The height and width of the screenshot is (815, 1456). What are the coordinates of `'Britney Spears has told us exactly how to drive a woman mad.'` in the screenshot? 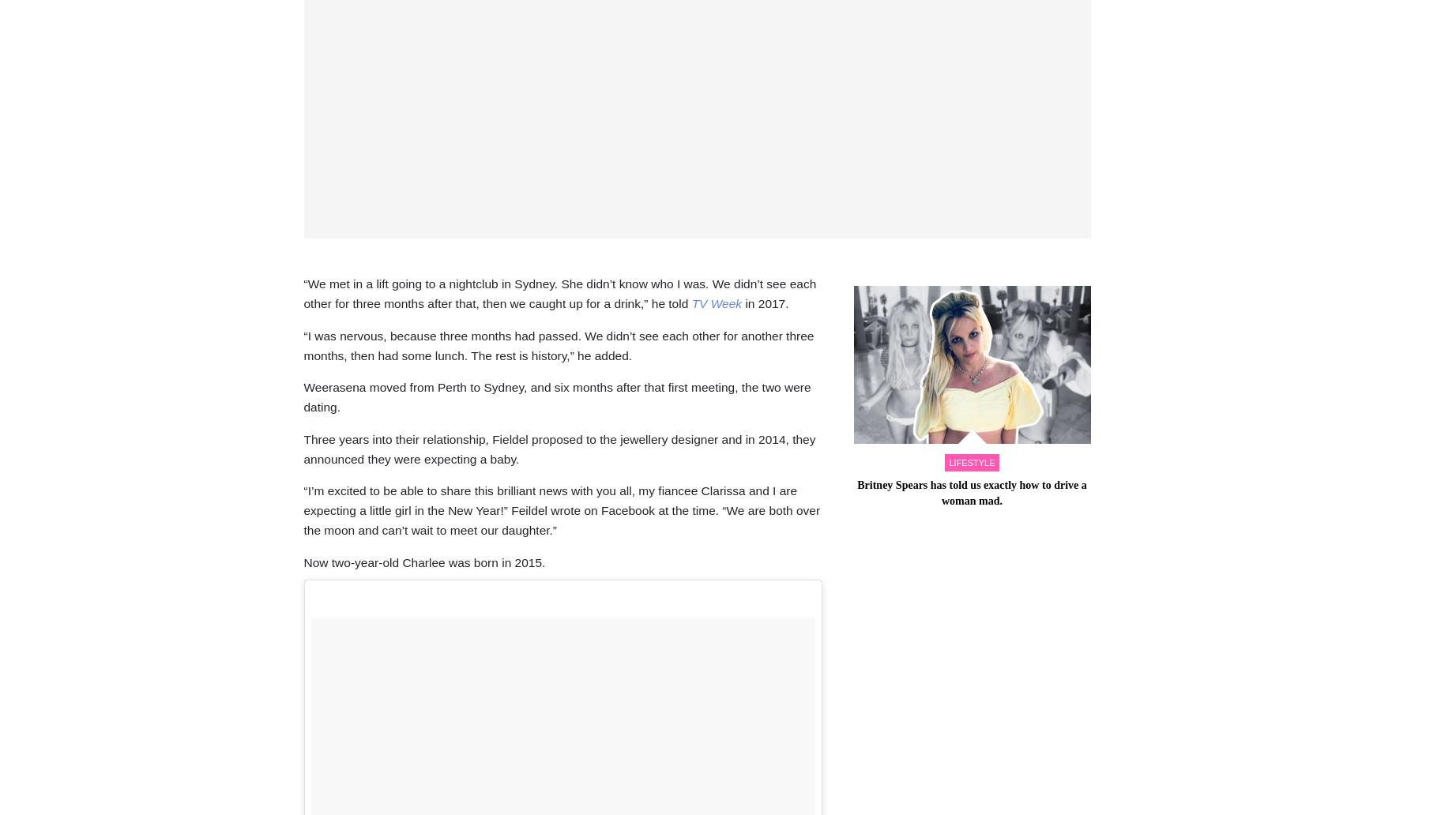 It's located at (972, 492).